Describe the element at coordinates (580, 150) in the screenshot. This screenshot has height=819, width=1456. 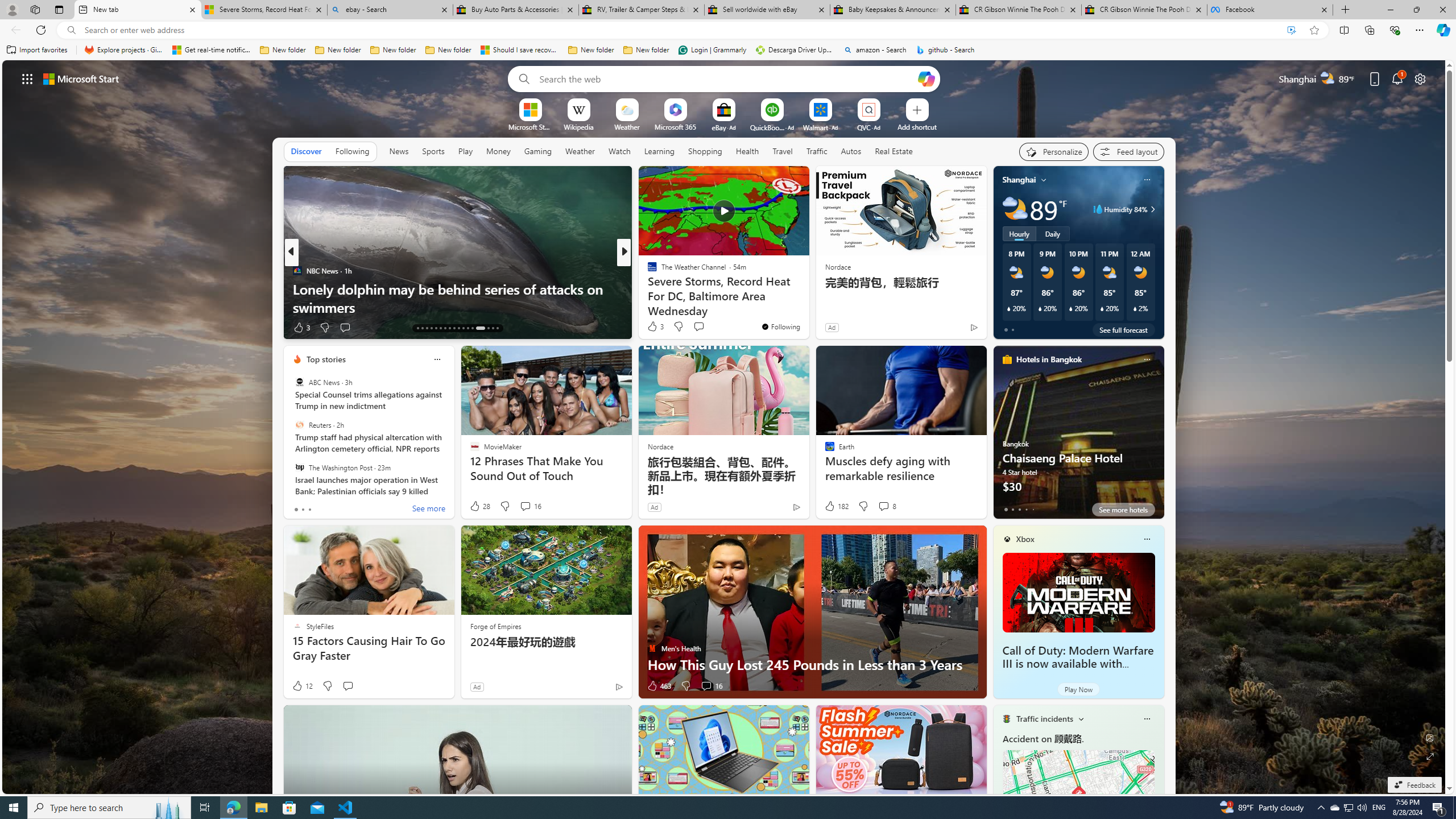
I see `'Weather'` at that location.